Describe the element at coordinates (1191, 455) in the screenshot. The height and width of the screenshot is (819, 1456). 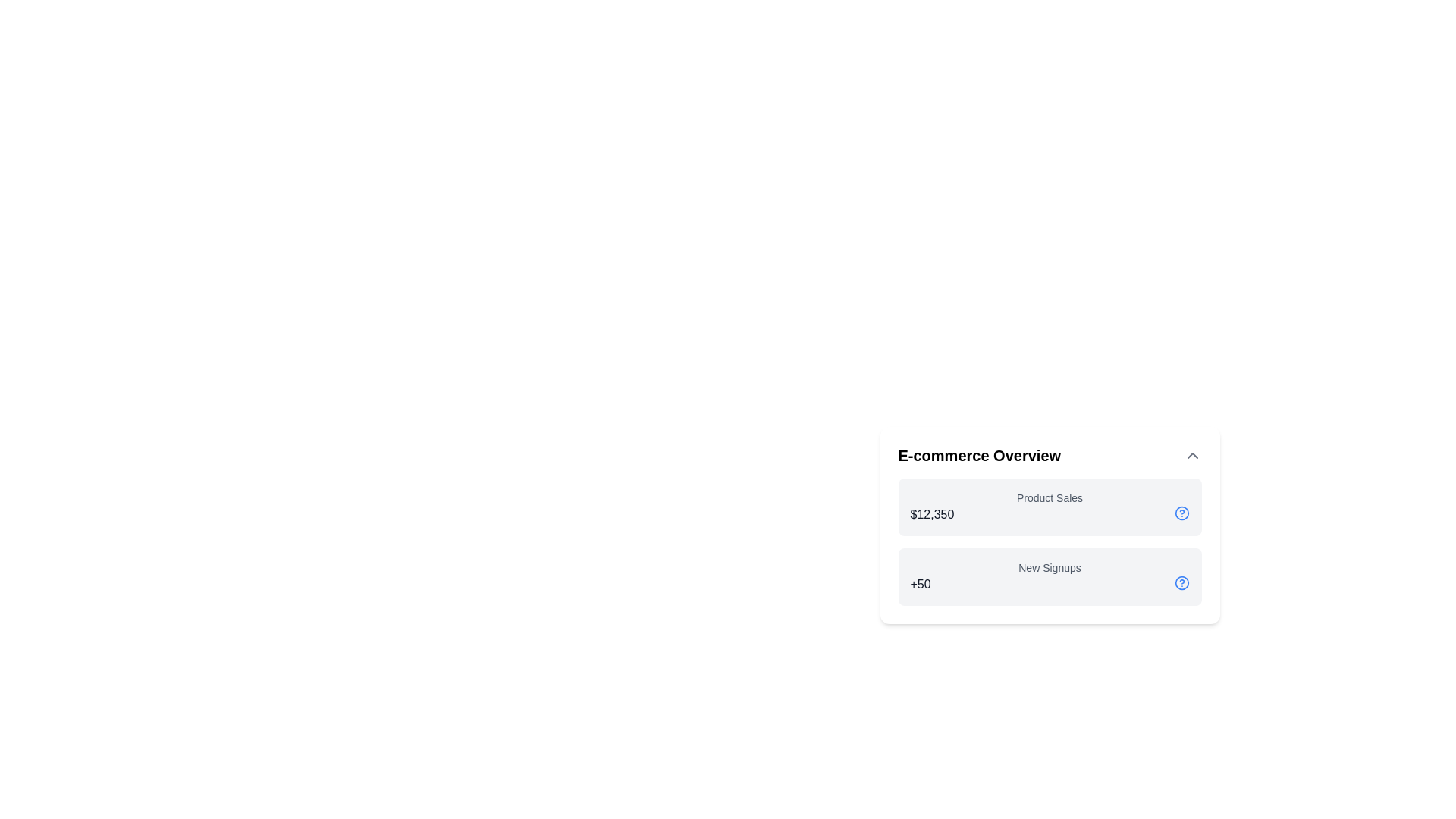
I see `the toggle button located at the upper-right corner of the 'E-commerce Overview' card` at that location.